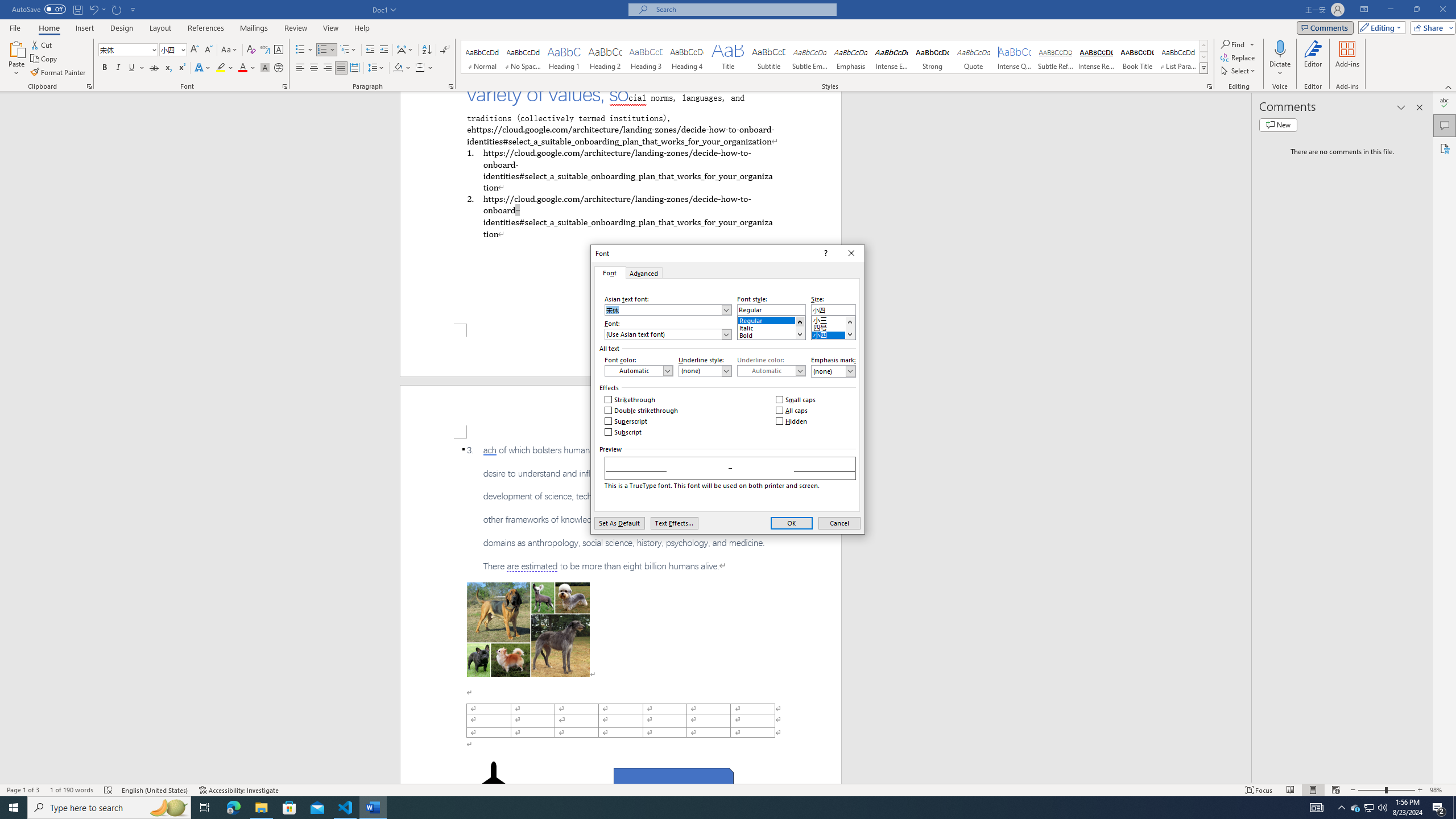 Image resolution: width=1456 pixels, height=819 pixels. I want to click on 'Asian text font:', so click(668, 309).